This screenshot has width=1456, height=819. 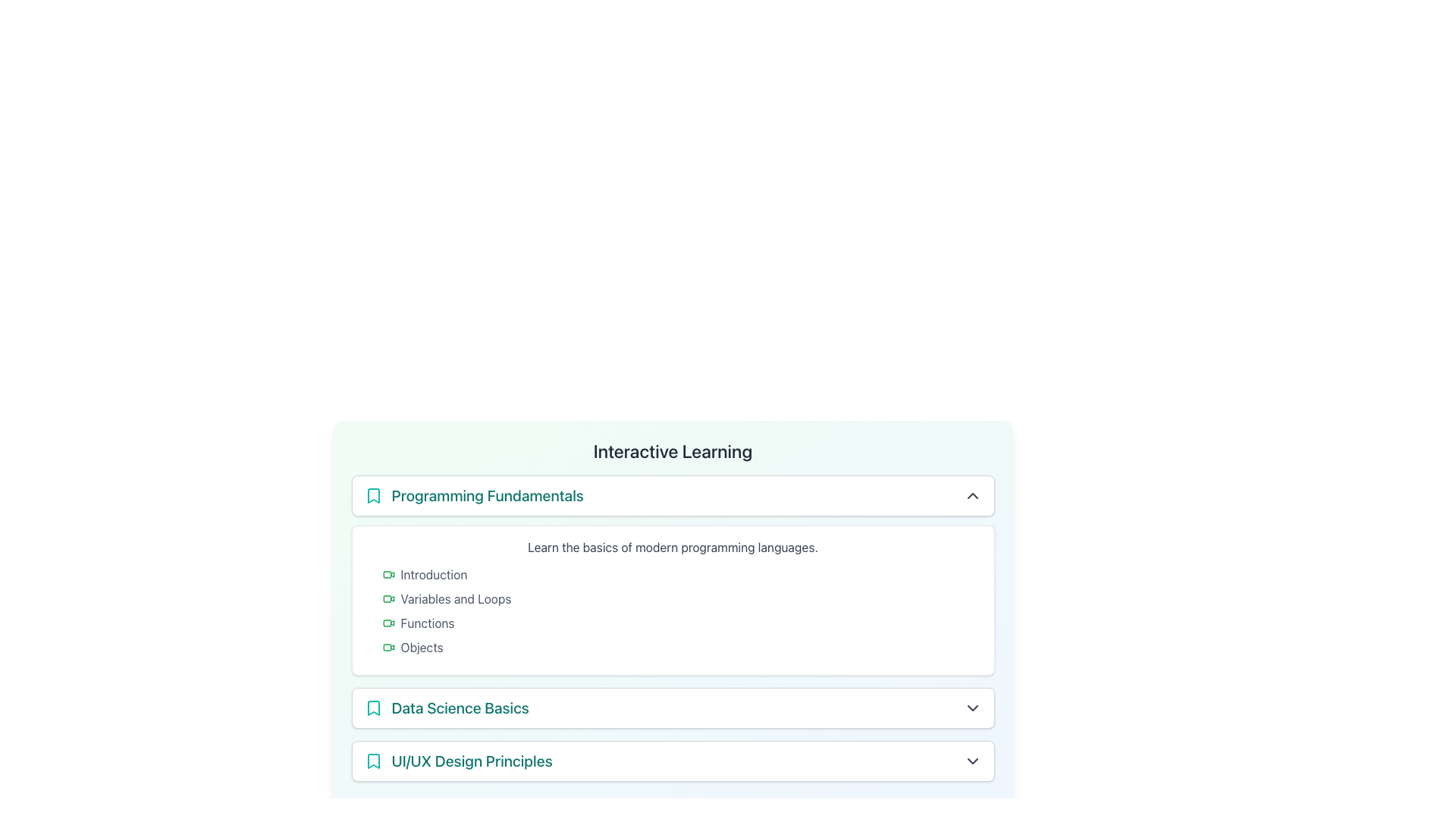 I want to click on the teal bookmark-shaped icon in the 'Interactive Learning' section associated with 'Programming Fundamentals', so click(x=373, y=496).